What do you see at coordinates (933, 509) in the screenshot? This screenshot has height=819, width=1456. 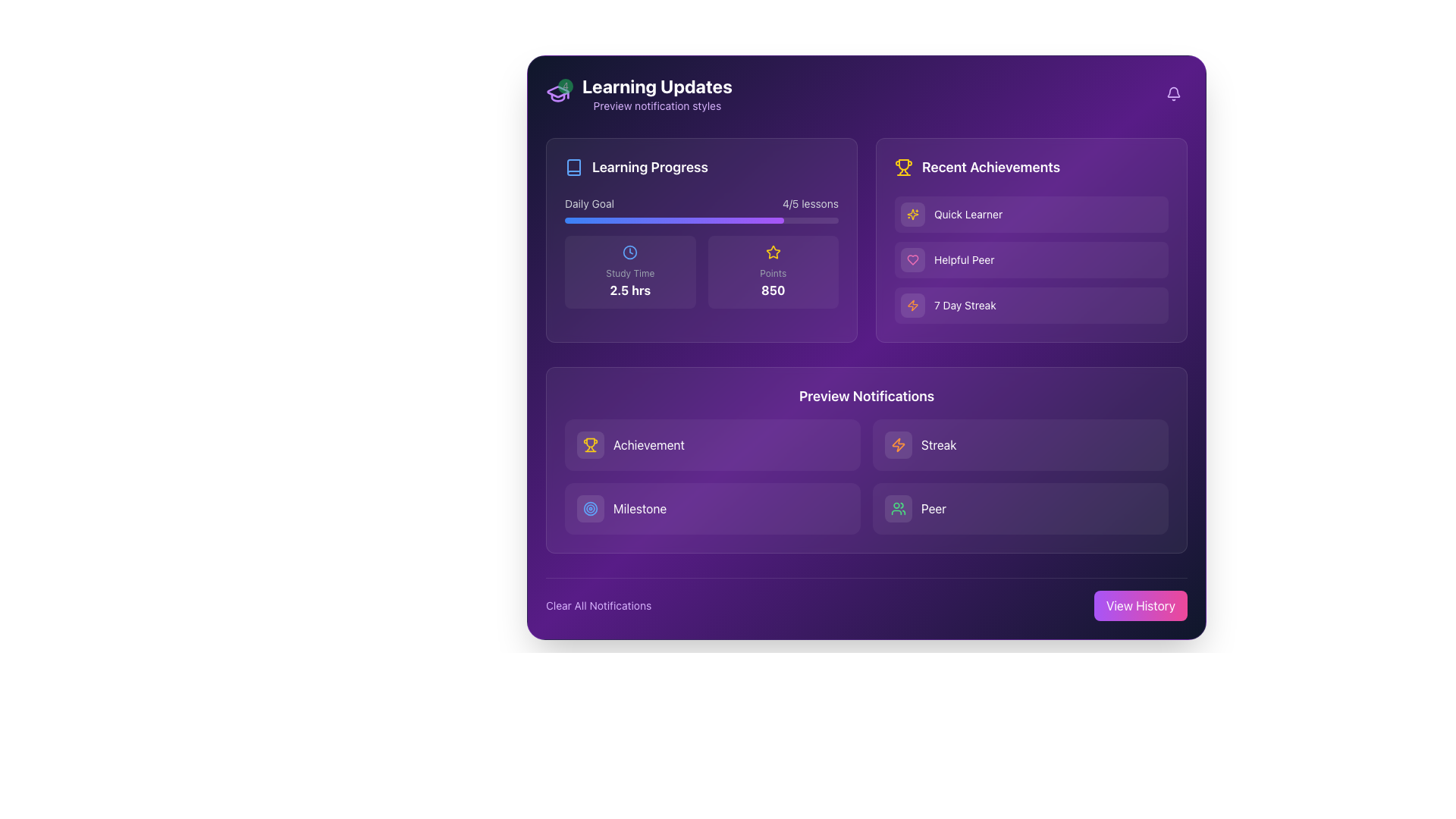 I see `the text label displaying 'peer' in white color, located in the lower-right portion of the 'Preview Notifications' section with a dark purple background` at bounding box center [933, 509].